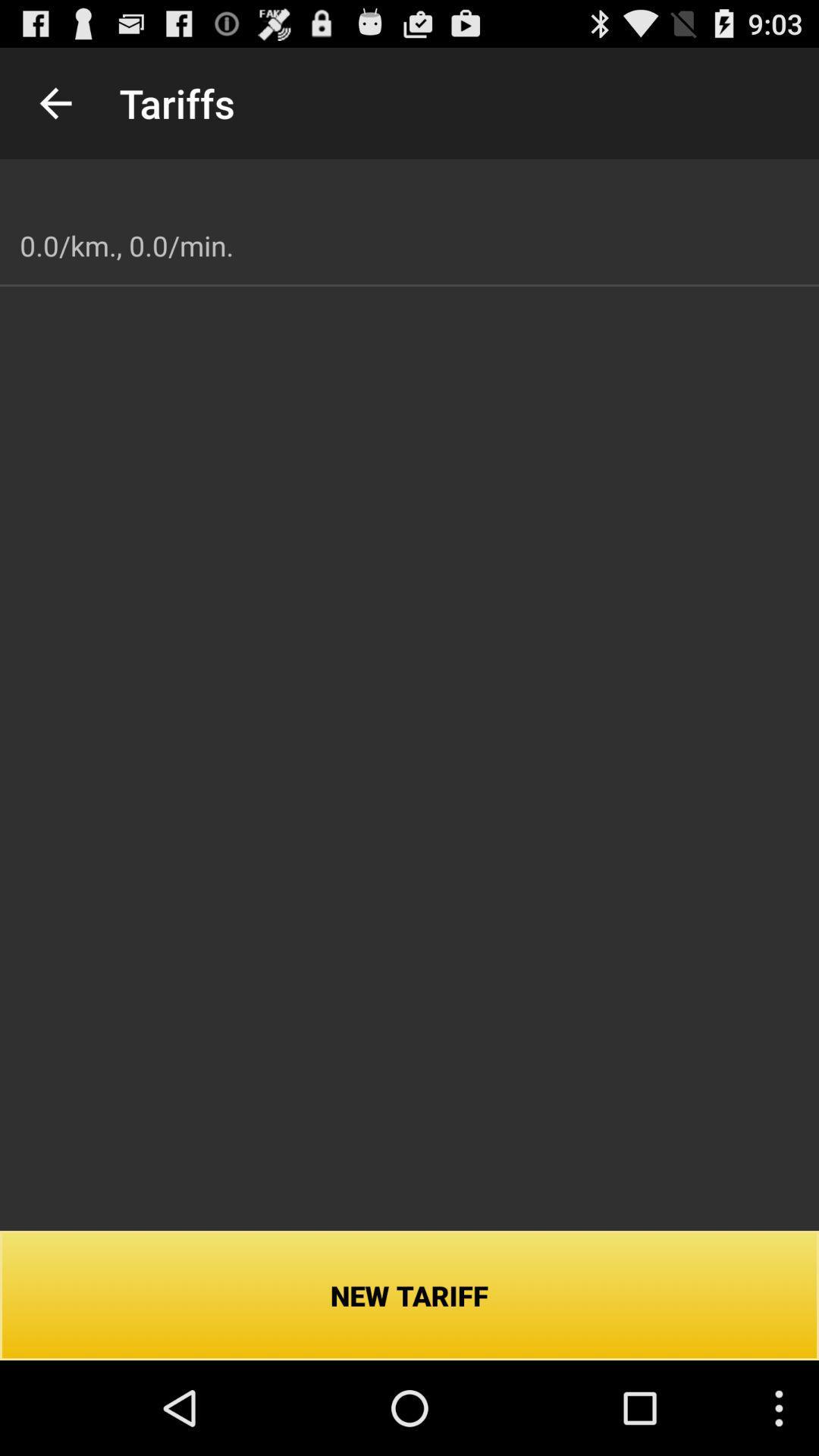  What do you see at coordinates (55, 102) in the screenshot?
I see `the icon next to the tariffs` at bounding box center [55, 102].